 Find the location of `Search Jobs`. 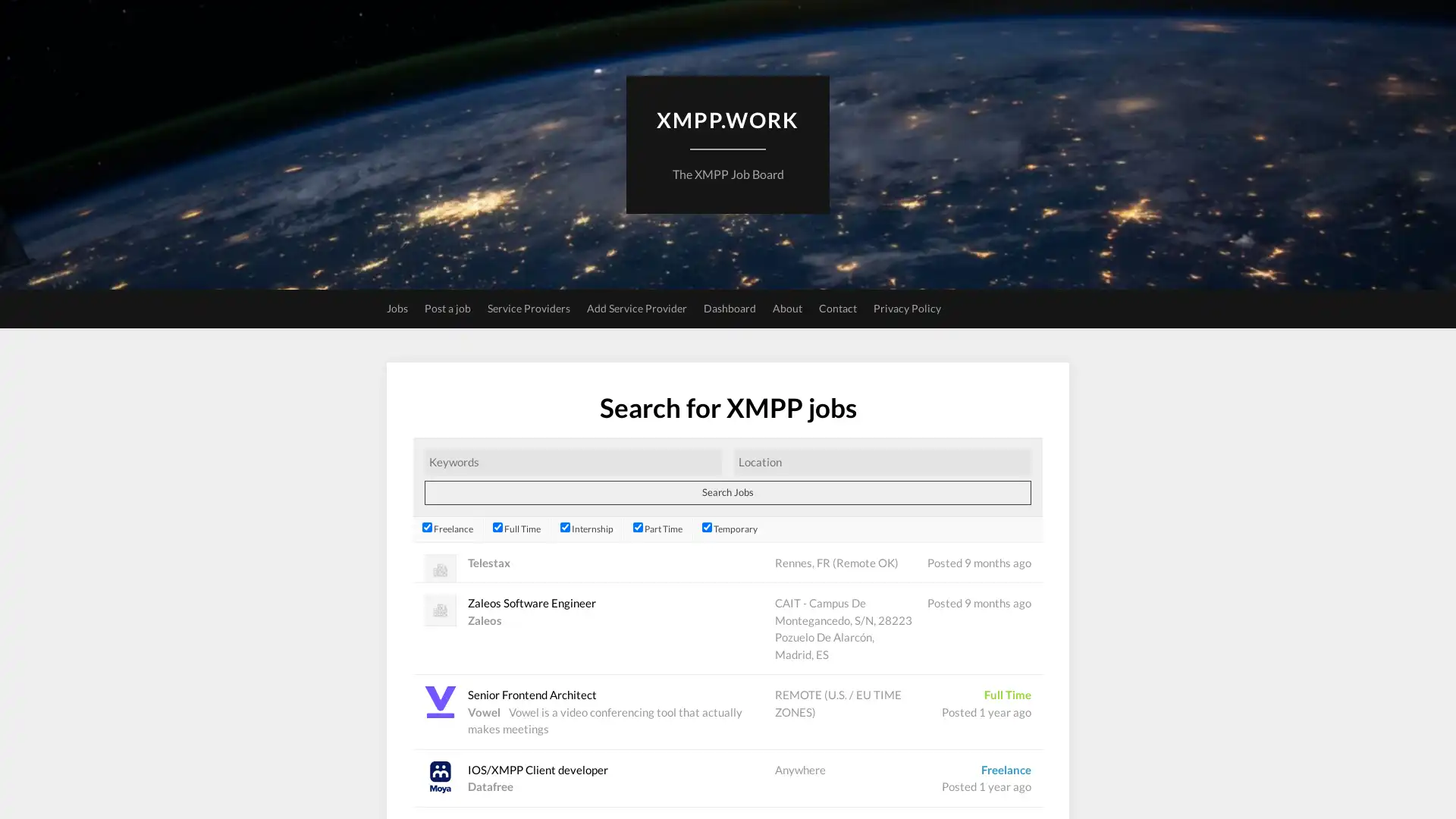

Search Jobs is located at coordinates (728, 492).